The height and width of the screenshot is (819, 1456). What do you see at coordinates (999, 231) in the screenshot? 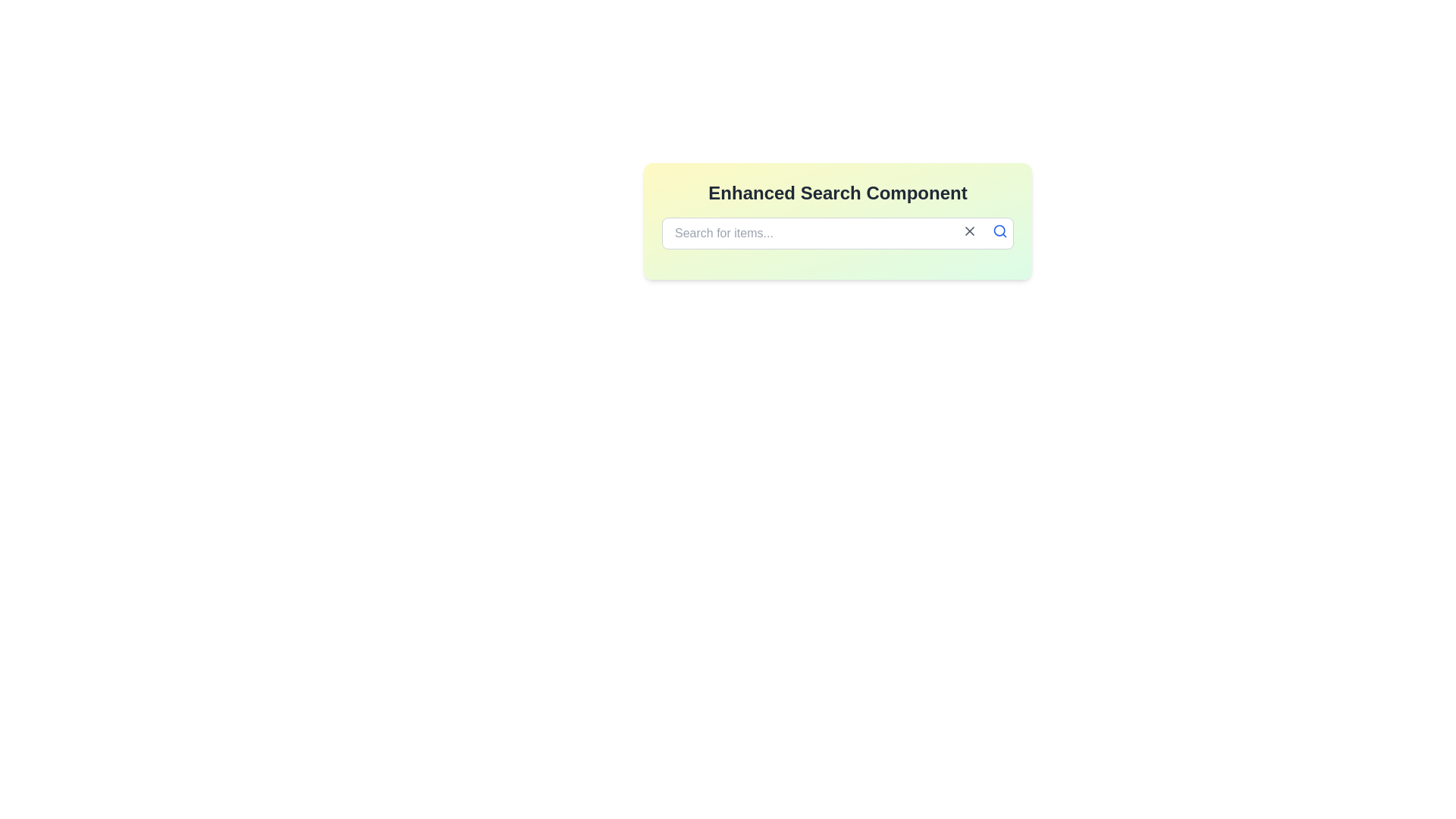
I see `the magnifying glass icon representing the search action located at the top right corner of the search field` at bounding box center [999, 231].